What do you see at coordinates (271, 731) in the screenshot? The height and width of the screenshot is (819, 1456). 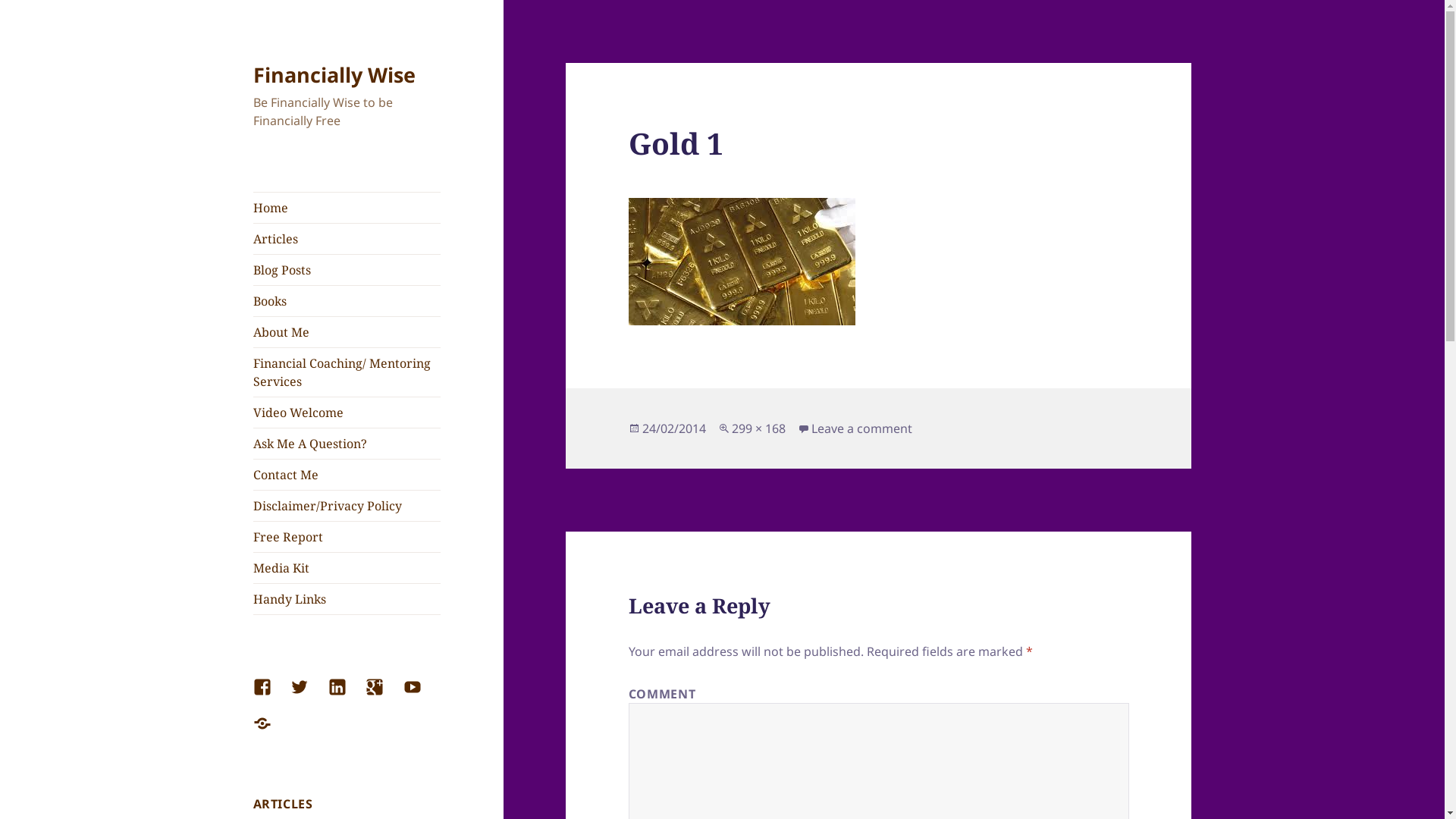 I see `'SlideShare'` at bounding box center [271, 731].